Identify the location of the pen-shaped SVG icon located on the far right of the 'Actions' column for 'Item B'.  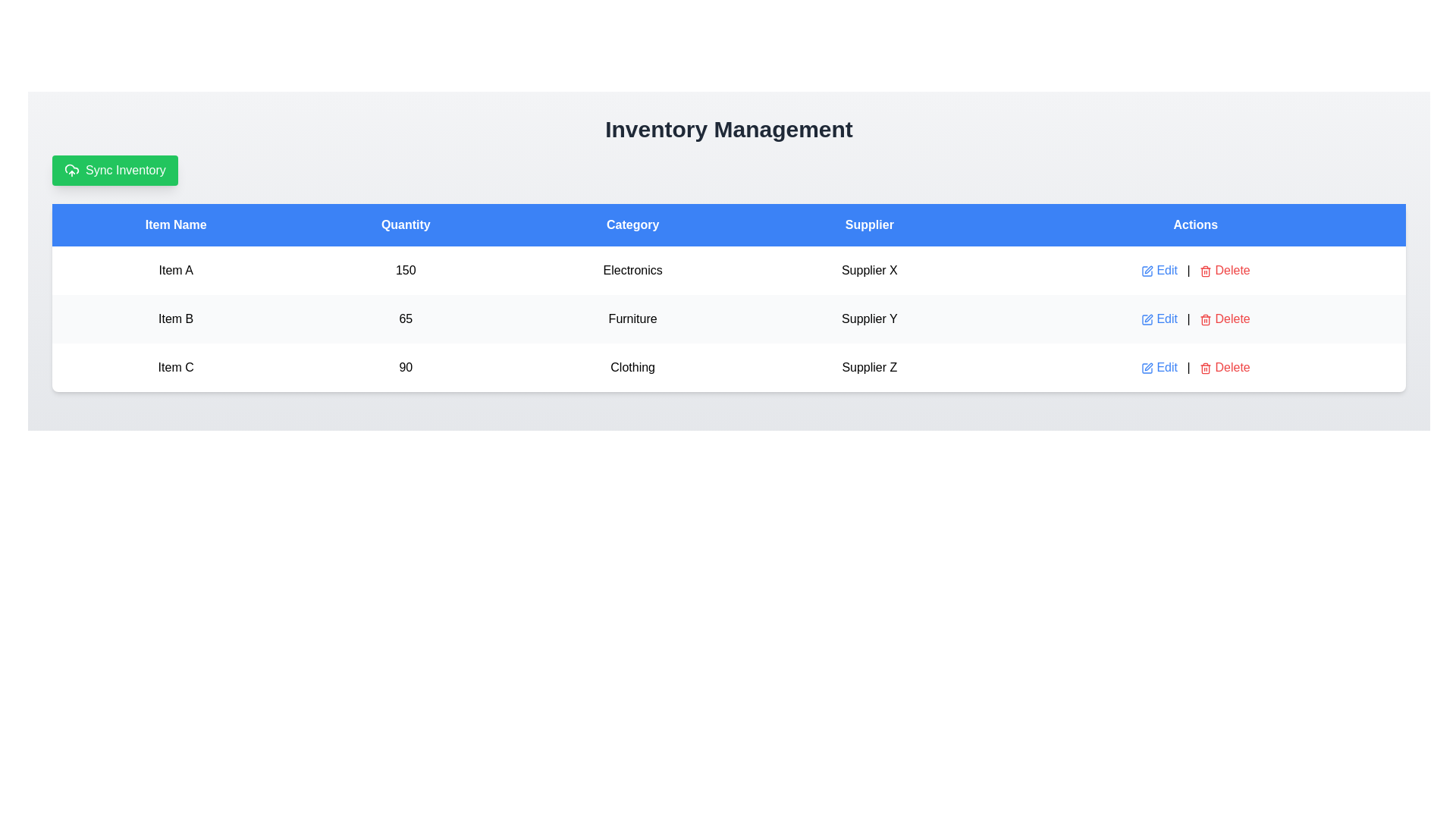
(1149, 317).